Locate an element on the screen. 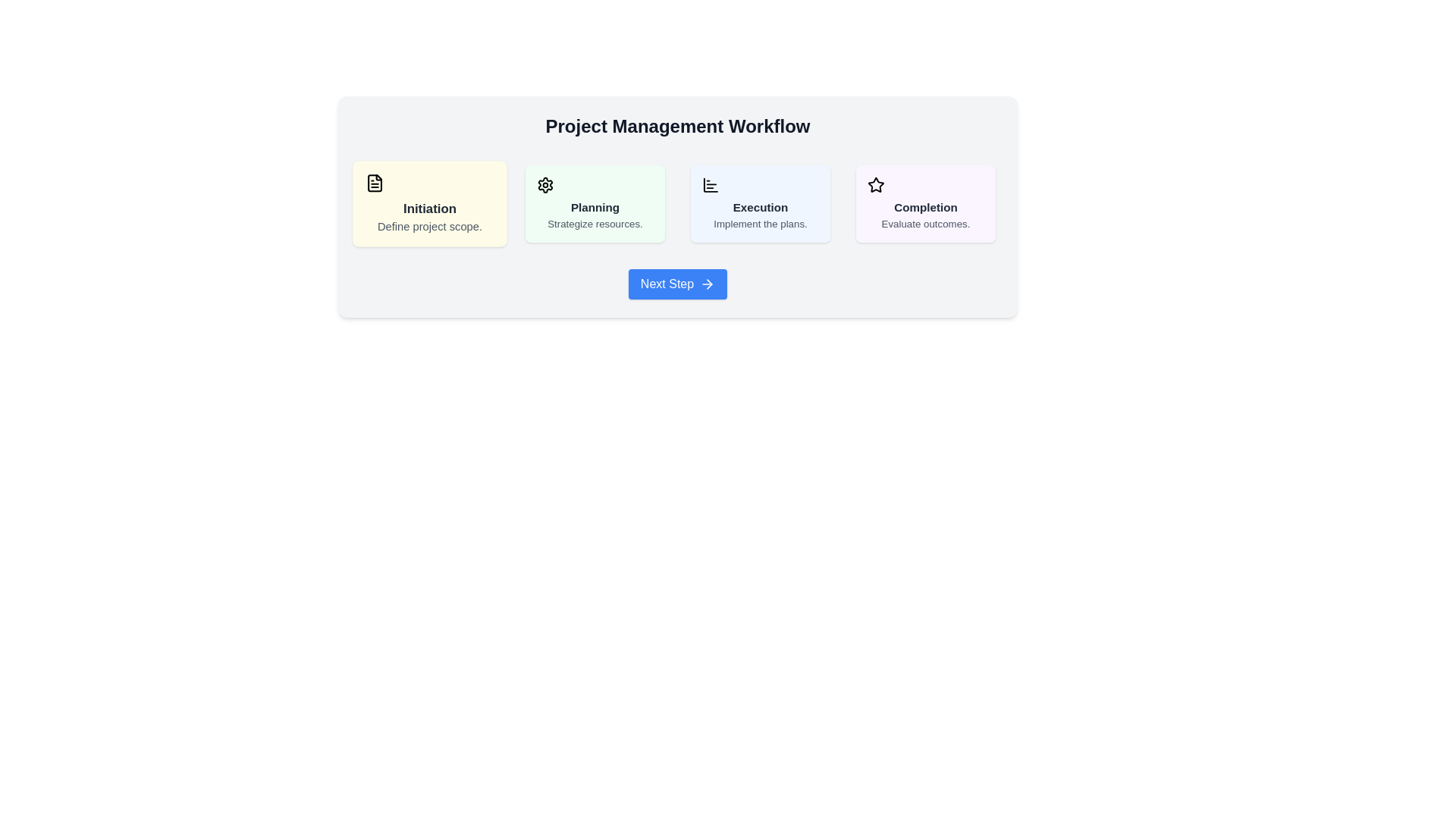  the small rightward-pointing arrow icon with a blue background located to the far right of the 'Next Step' button is located at coordinates (707, 284).